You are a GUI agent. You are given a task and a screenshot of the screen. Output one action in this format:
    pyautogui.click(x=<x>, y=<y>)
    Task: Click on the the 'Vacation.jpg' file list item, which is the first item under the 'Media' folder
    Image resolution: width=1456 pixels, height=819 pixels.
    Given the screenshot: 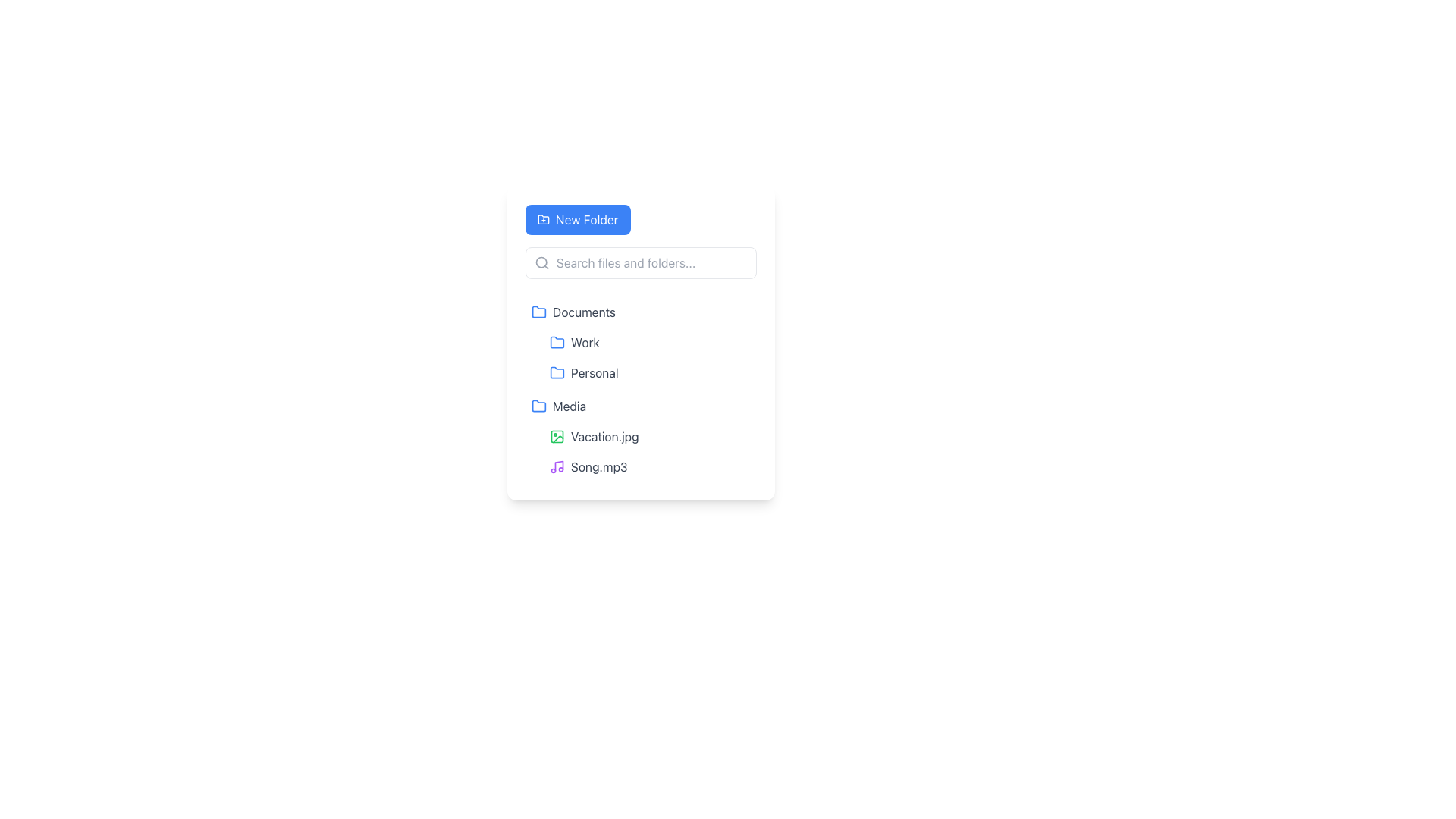 What is the action you would take?
    pyautogui.click(x=641, y=436)
    